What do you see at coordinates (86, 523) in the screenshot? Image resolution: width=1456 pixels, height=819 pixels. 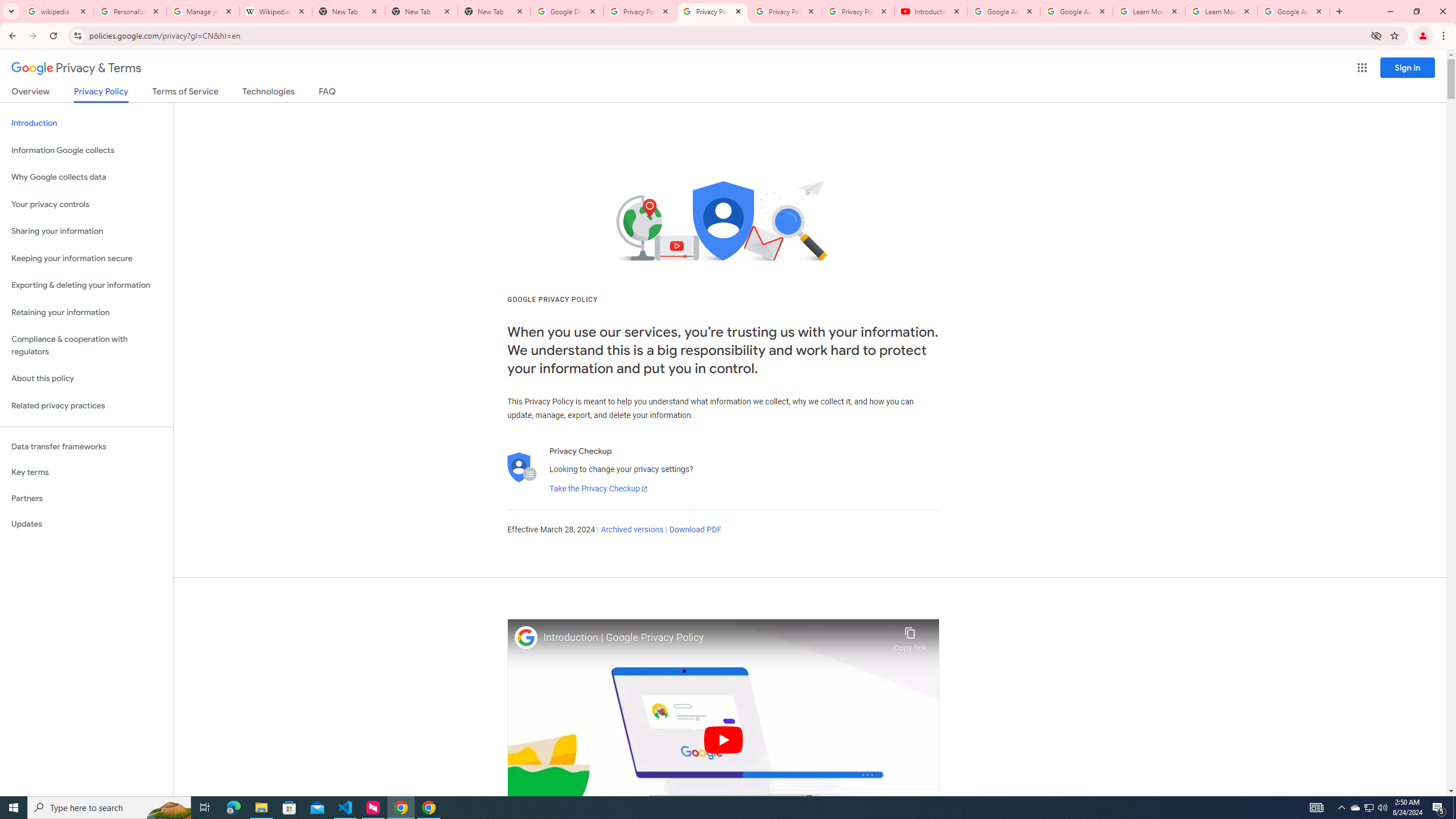 I see `'Updates'` at bounding box center [86, 523].